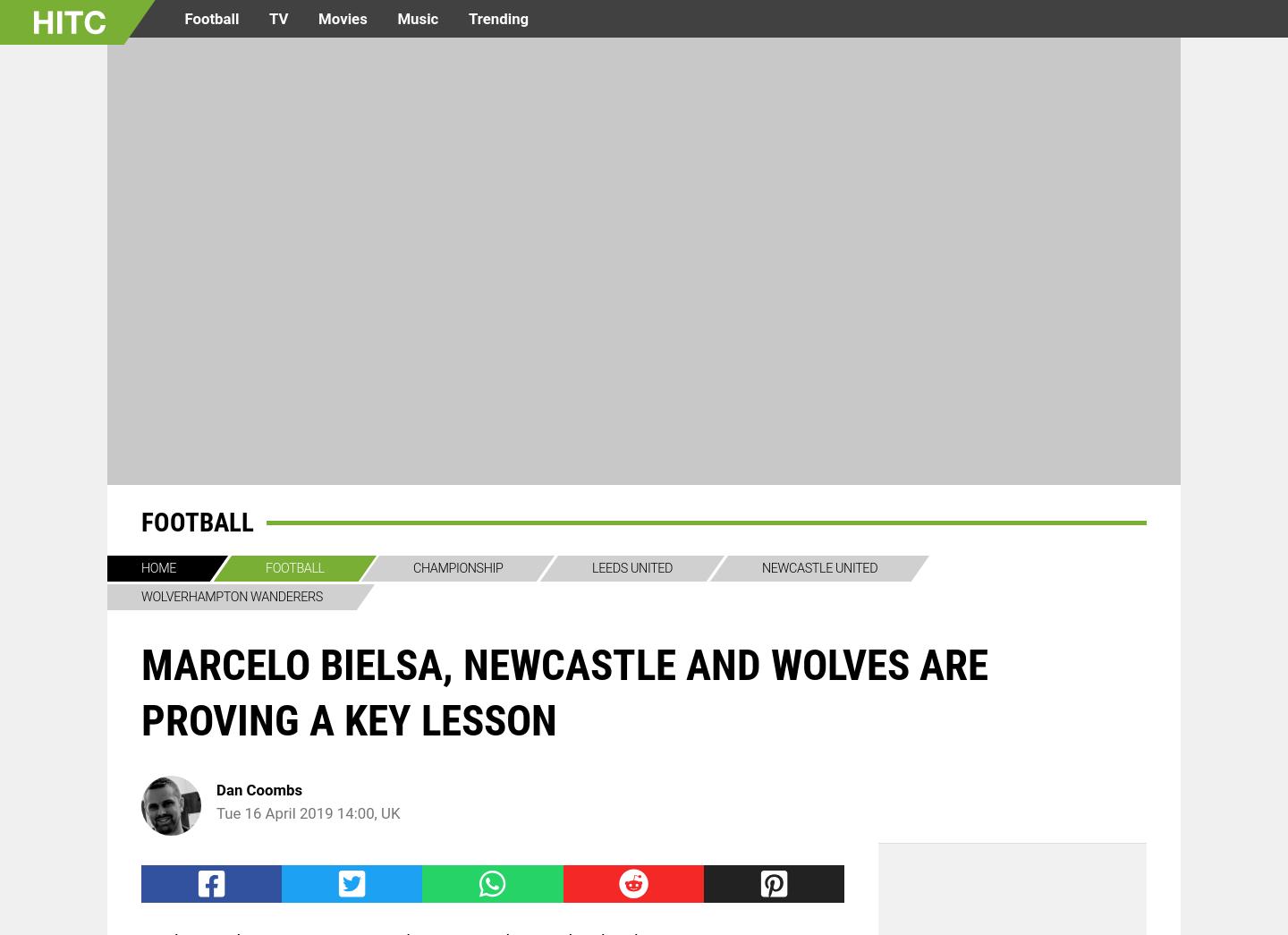 The width and height of the screenshot is (1288, 935). What do you see at coordinates (258, 788) in the screenshot?
I see `'Dan Coombs'` at bounding box center [258, 788].